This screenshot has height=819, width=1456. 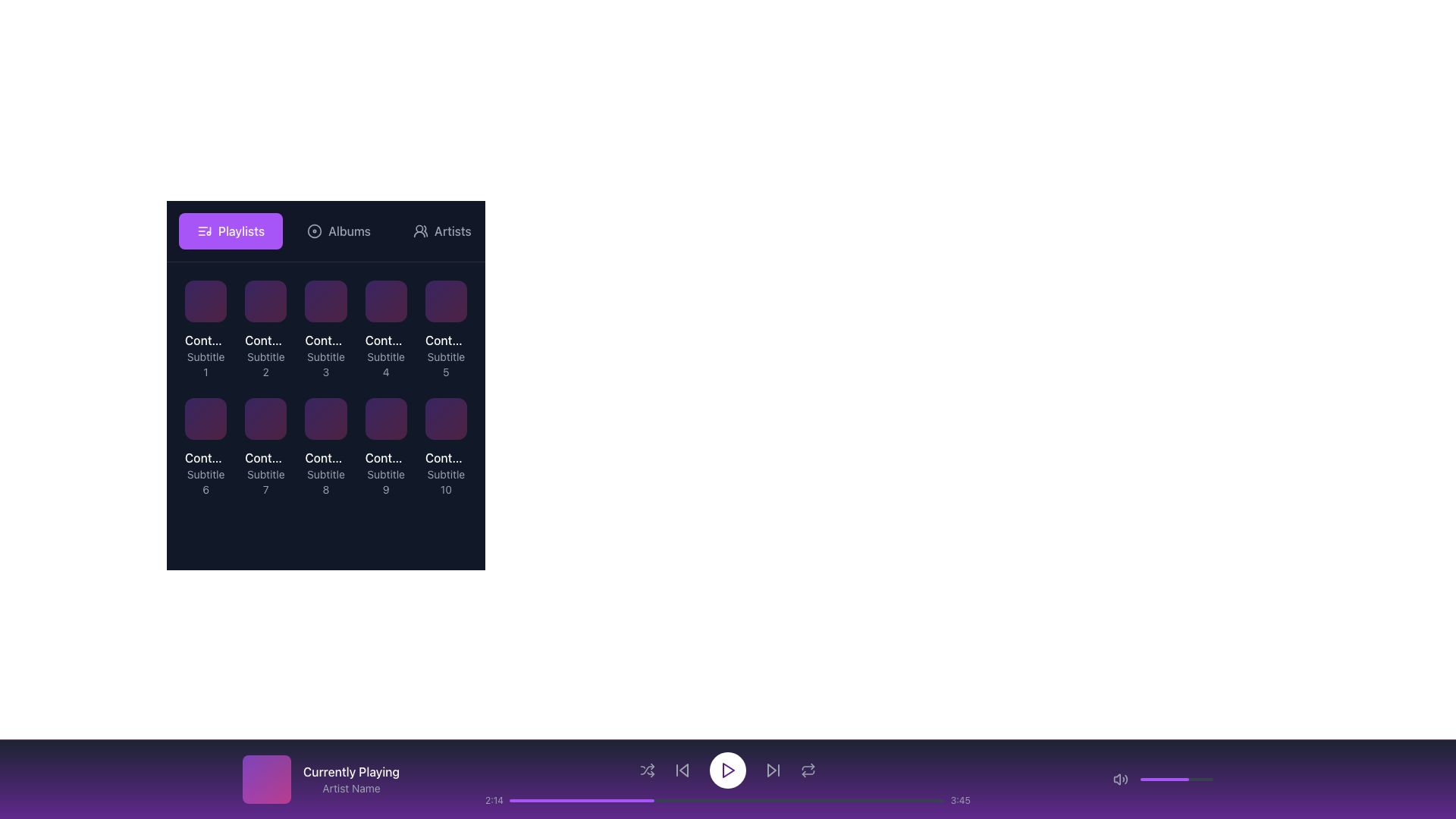 I want to click on the playback position, so click(x=730, y=800).